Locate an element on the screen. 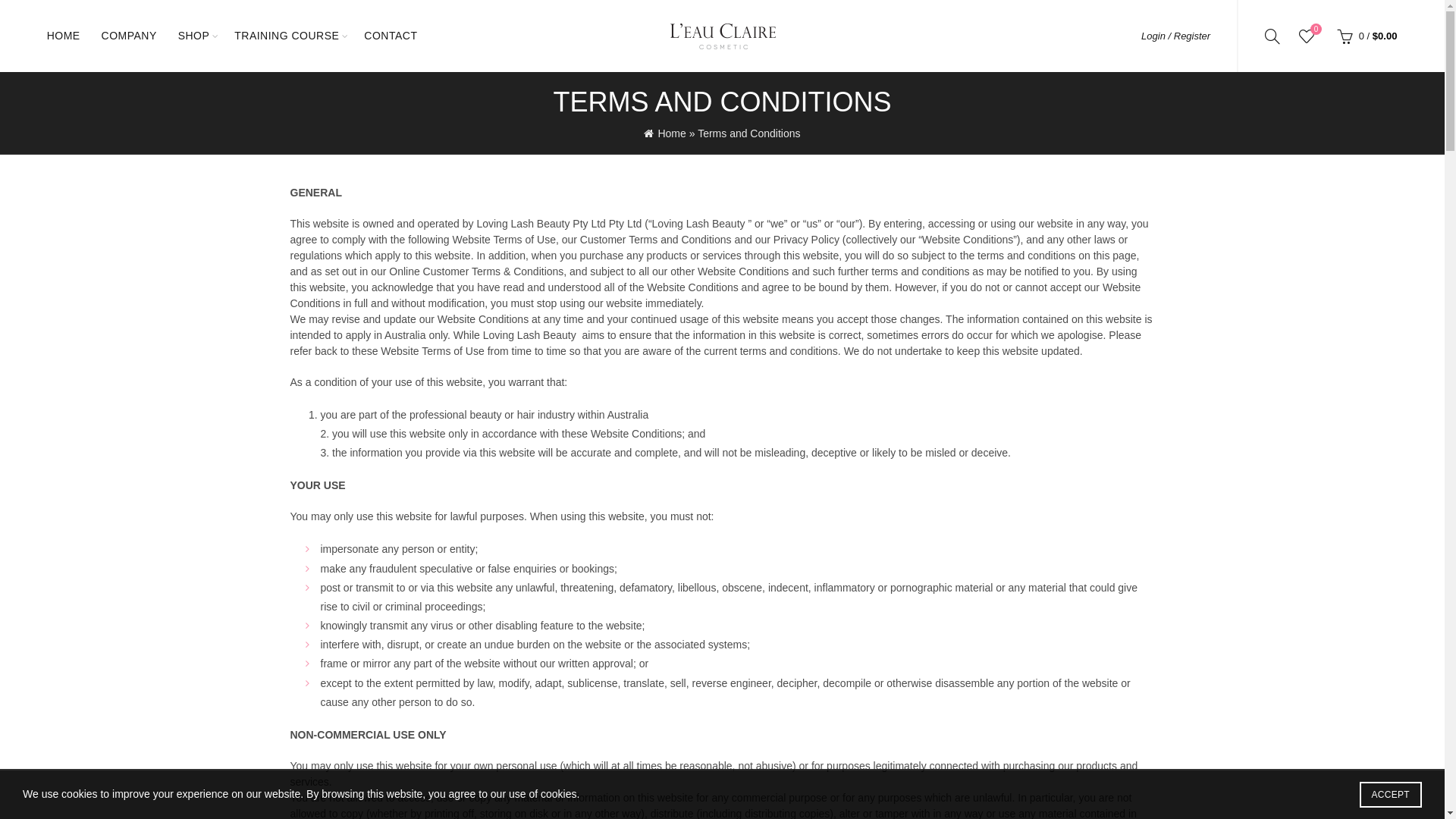 The height and width of the screenshot is (819, 1456). 'Login / Register' is located at coordinates (1141, 35).